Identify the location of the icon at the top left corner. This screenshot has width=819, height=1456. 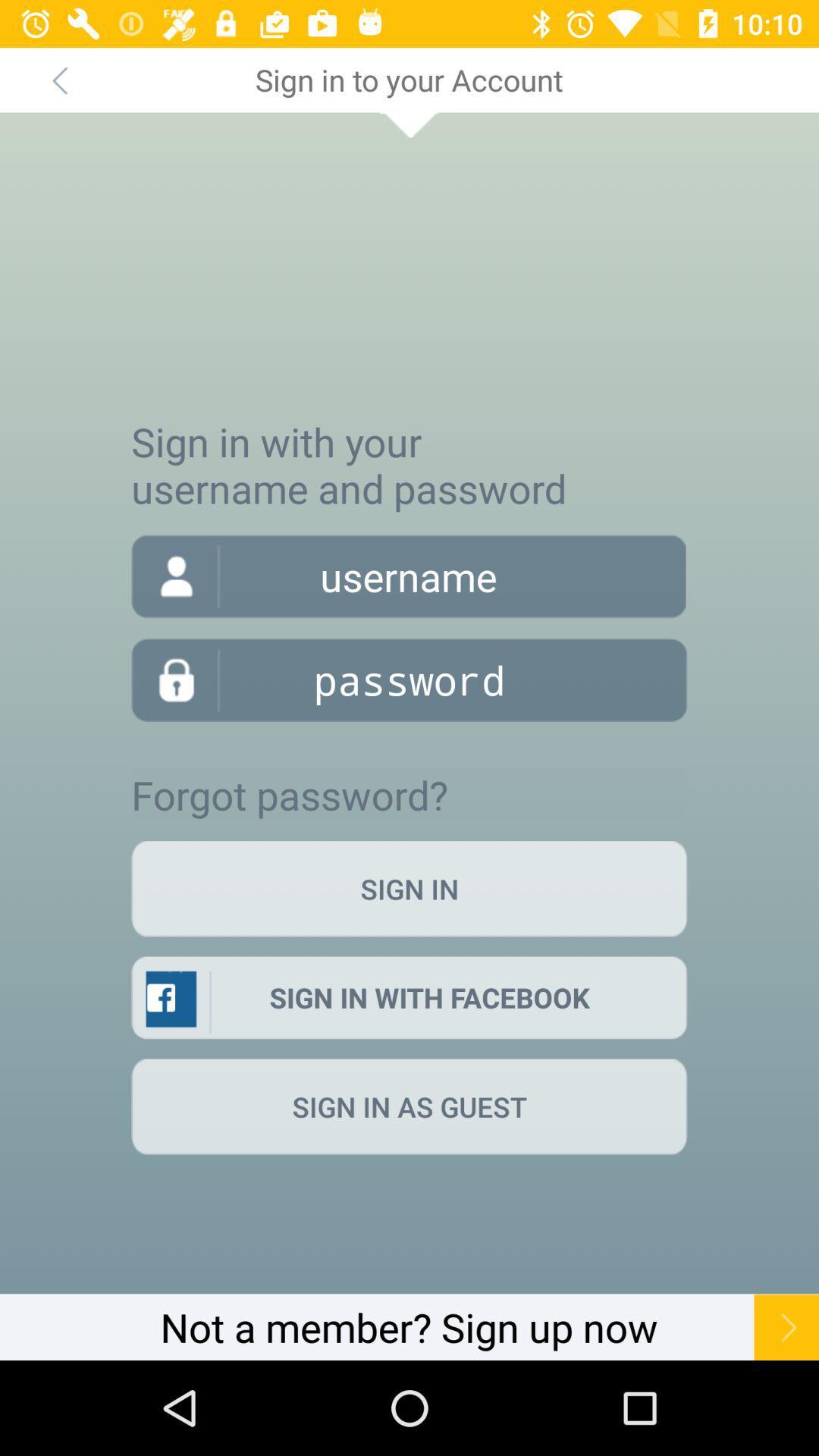
(58, 79).